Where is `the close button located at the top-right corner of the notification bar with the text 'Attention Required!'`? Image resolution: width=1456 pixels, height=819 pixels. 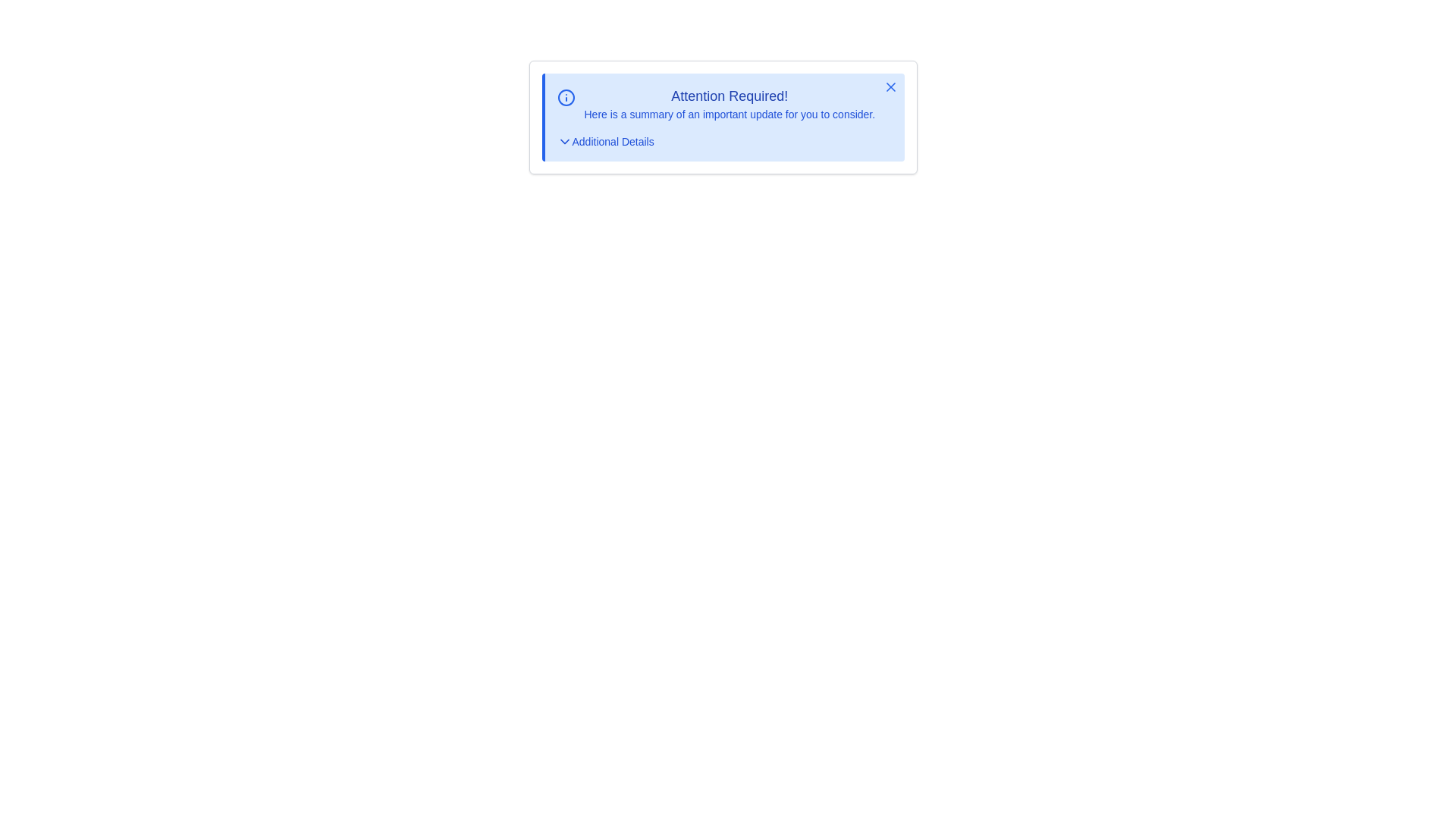 the close button located at the top-right corner of the notification bar with the text 'Attention Required!' is located at coordinates (890, 87).